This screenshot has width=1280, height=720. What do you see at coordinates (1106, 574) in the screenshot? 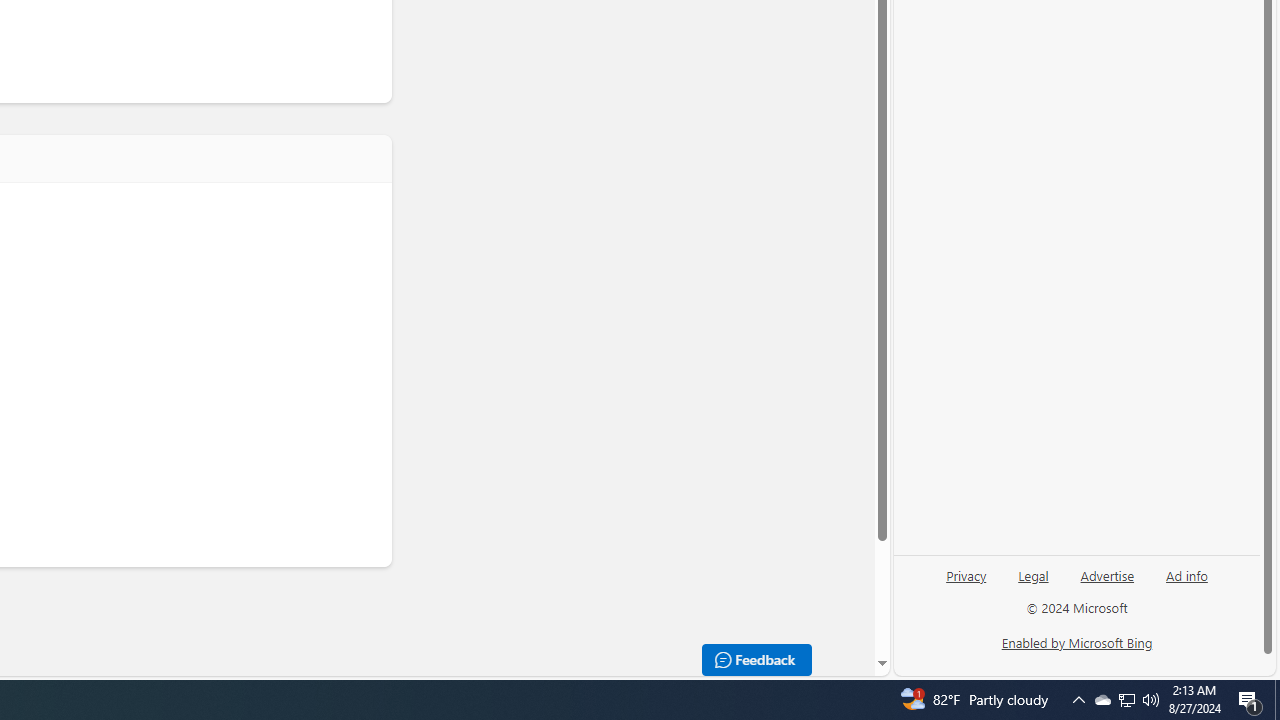
I see `'Advertise'` at bounding box center [1106, 574].